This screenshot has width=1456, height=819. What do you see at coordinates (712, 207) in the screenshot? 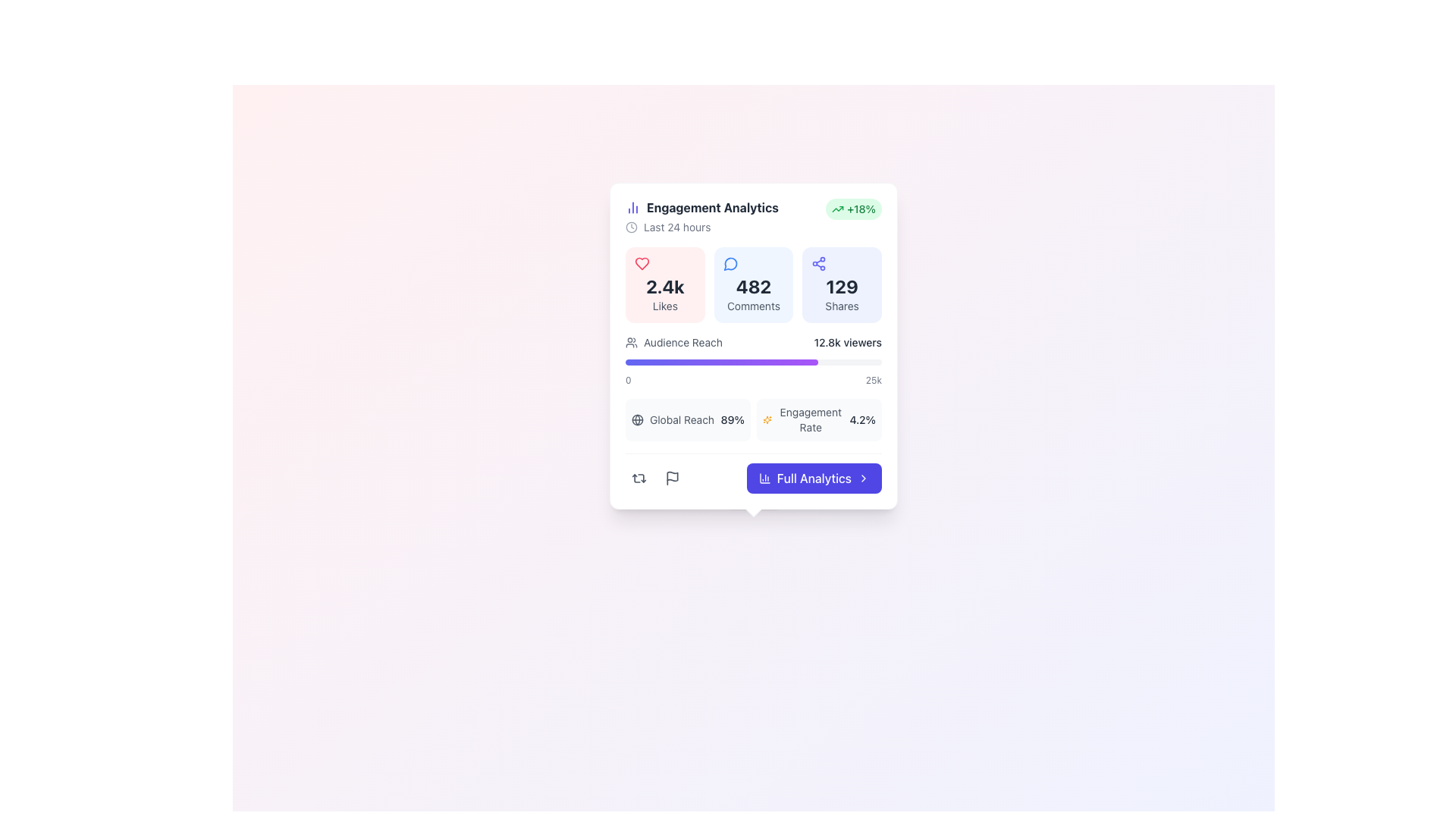
I see `the Text label (header) that serves as a title for the metrics summary card, located at the center top of the card, following the chart icon` at bounding box center [712, 207].